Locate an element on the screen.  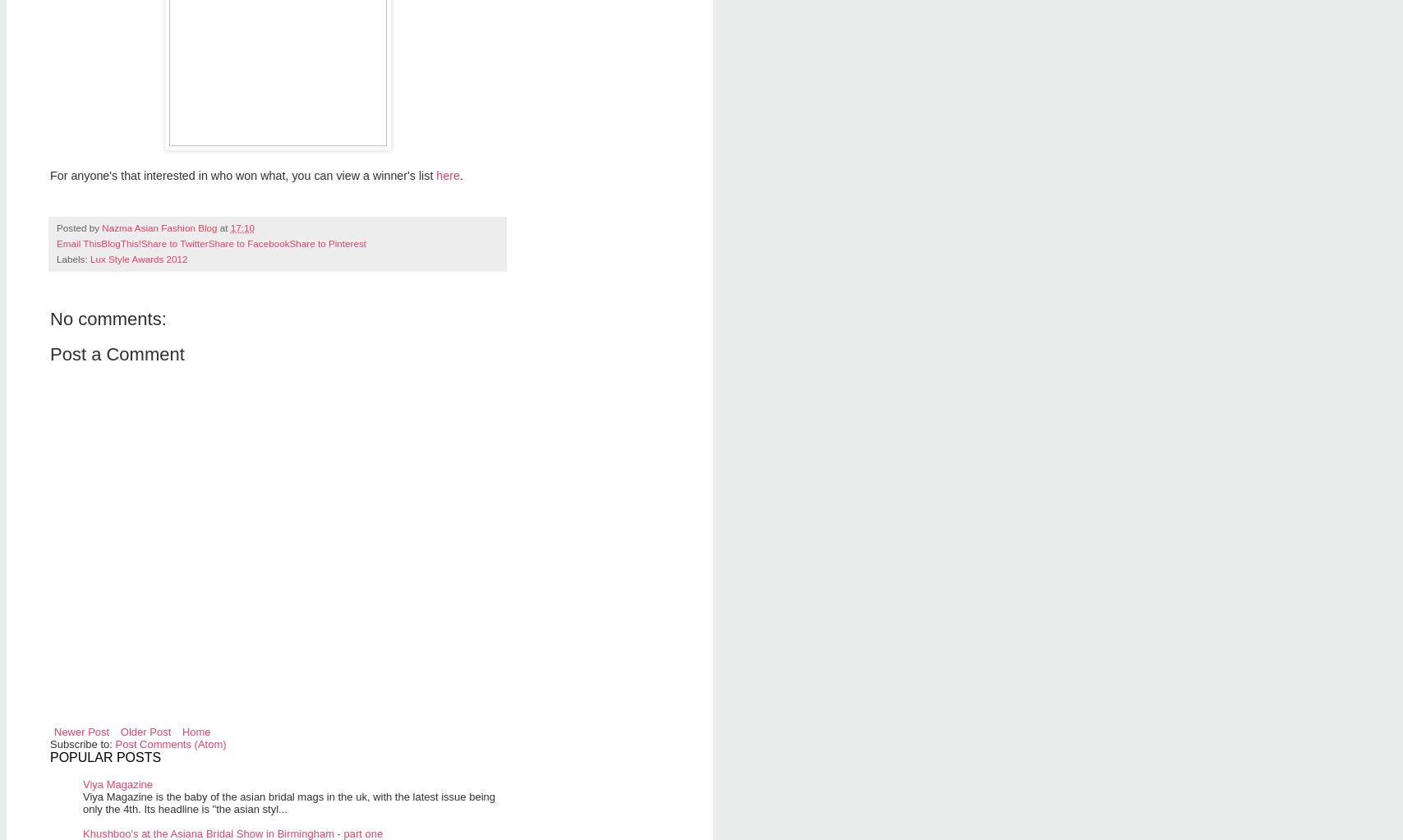
'Older Post' is located at coordinates (120, 731).